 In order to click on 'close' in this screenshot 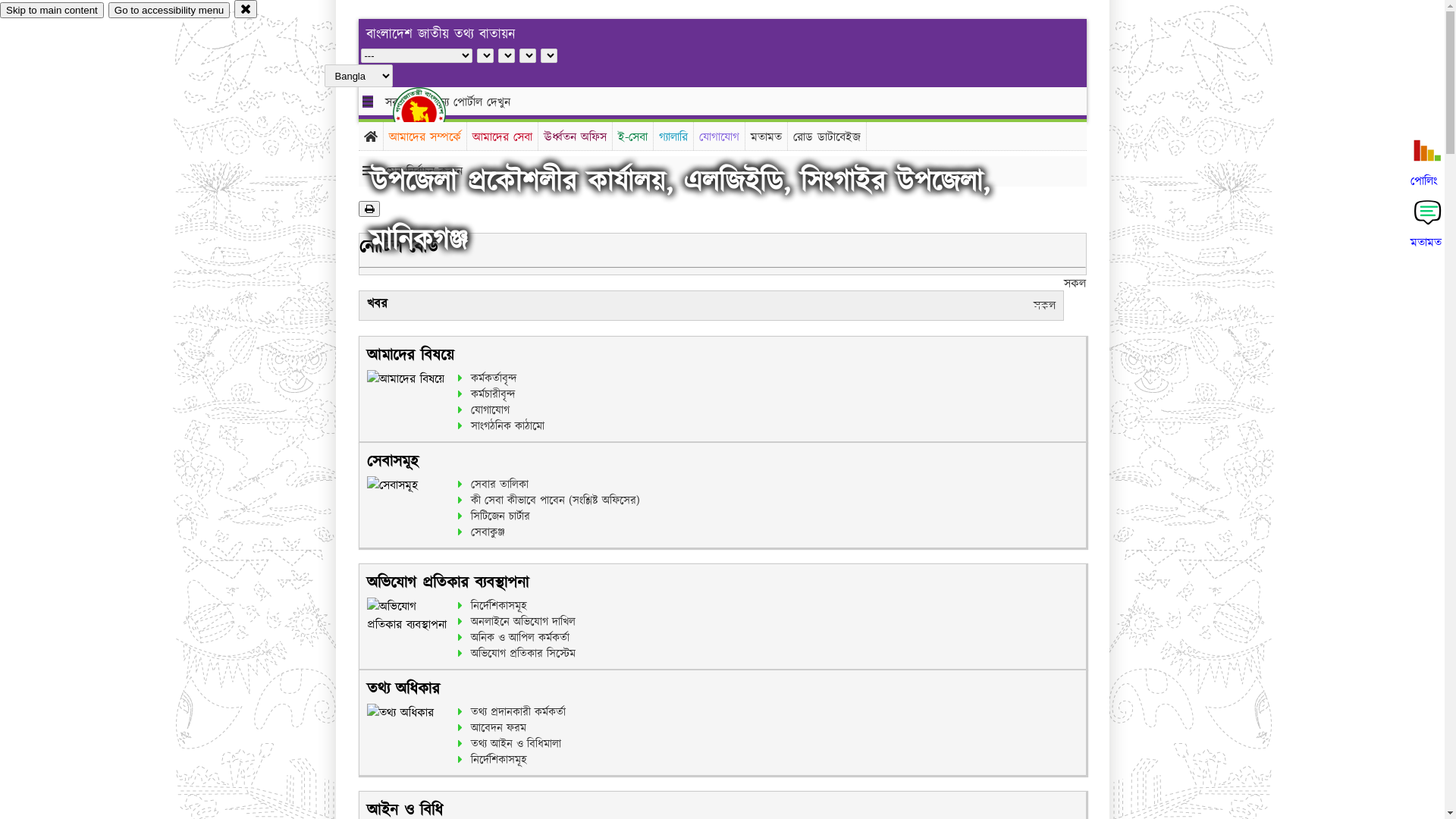, I will do `click(246, 8)`.